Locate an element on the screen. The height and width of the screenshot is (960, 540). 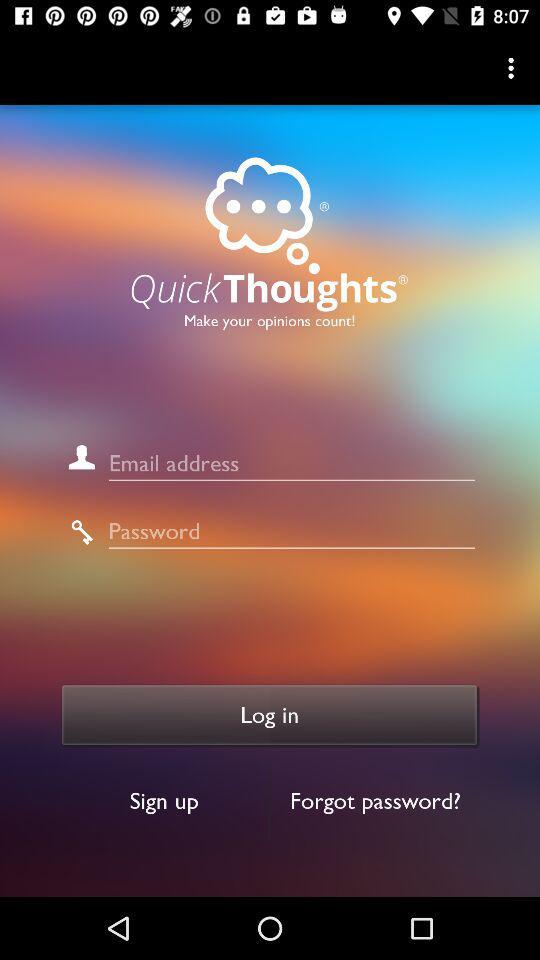
item above sign up item is located at coordinates (270, 715).